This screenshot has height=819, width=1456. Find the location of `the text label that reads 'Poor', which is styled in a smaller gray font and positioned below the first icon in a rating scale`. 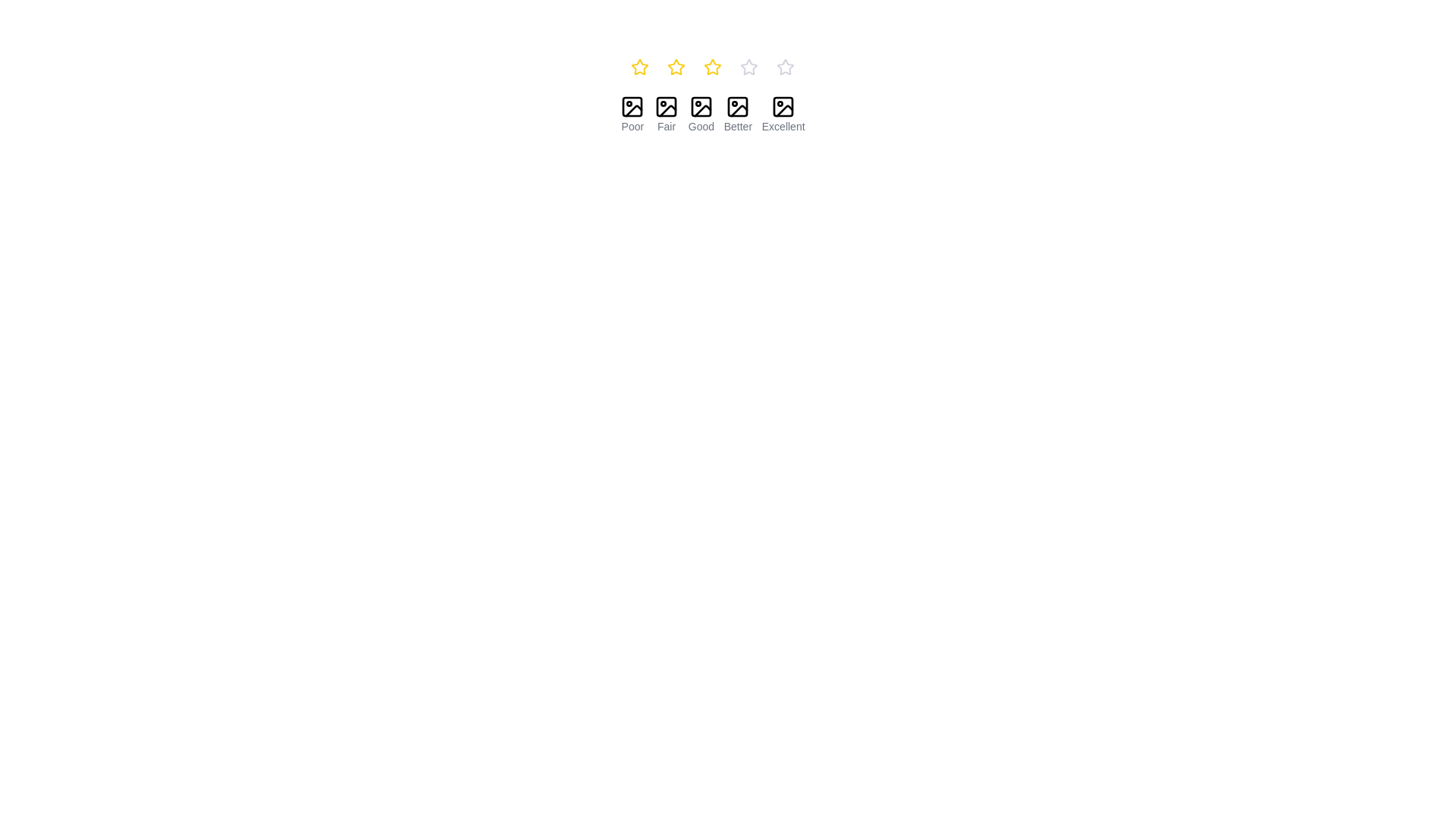

the text label that reads 'Poor', which is styled in a smaller gray font and positioned below the first icon in a rating scale is located at coordinates (632, 125).